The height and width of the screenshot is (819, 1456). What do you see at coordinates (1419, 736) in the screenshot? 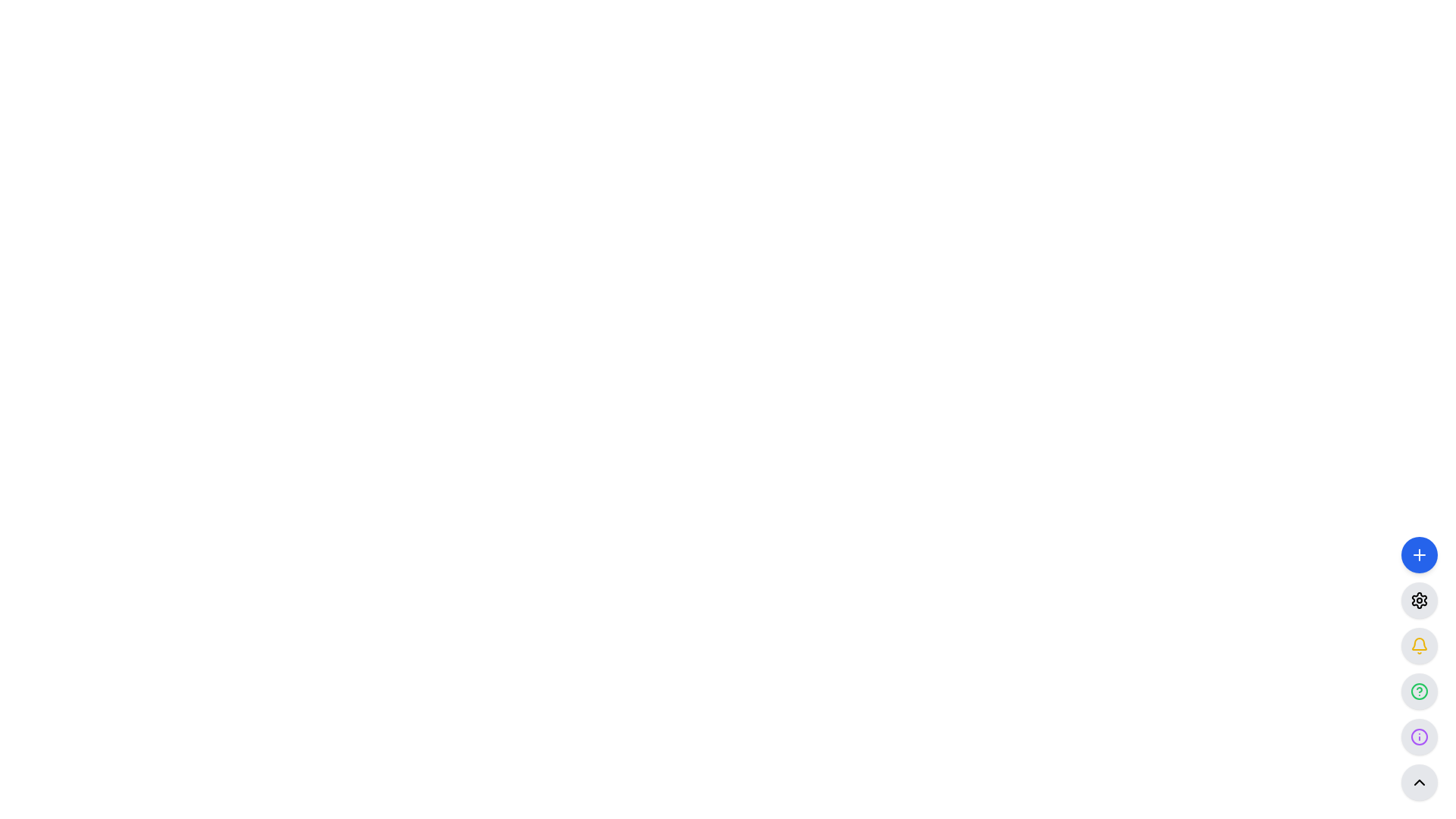
I see `the outer purple circular boundary of the SVG graphic, which is the fifth icon from the top in the vertical toolbar located in the bottom right corner of the application interface` at bounding box center [1419, 736].